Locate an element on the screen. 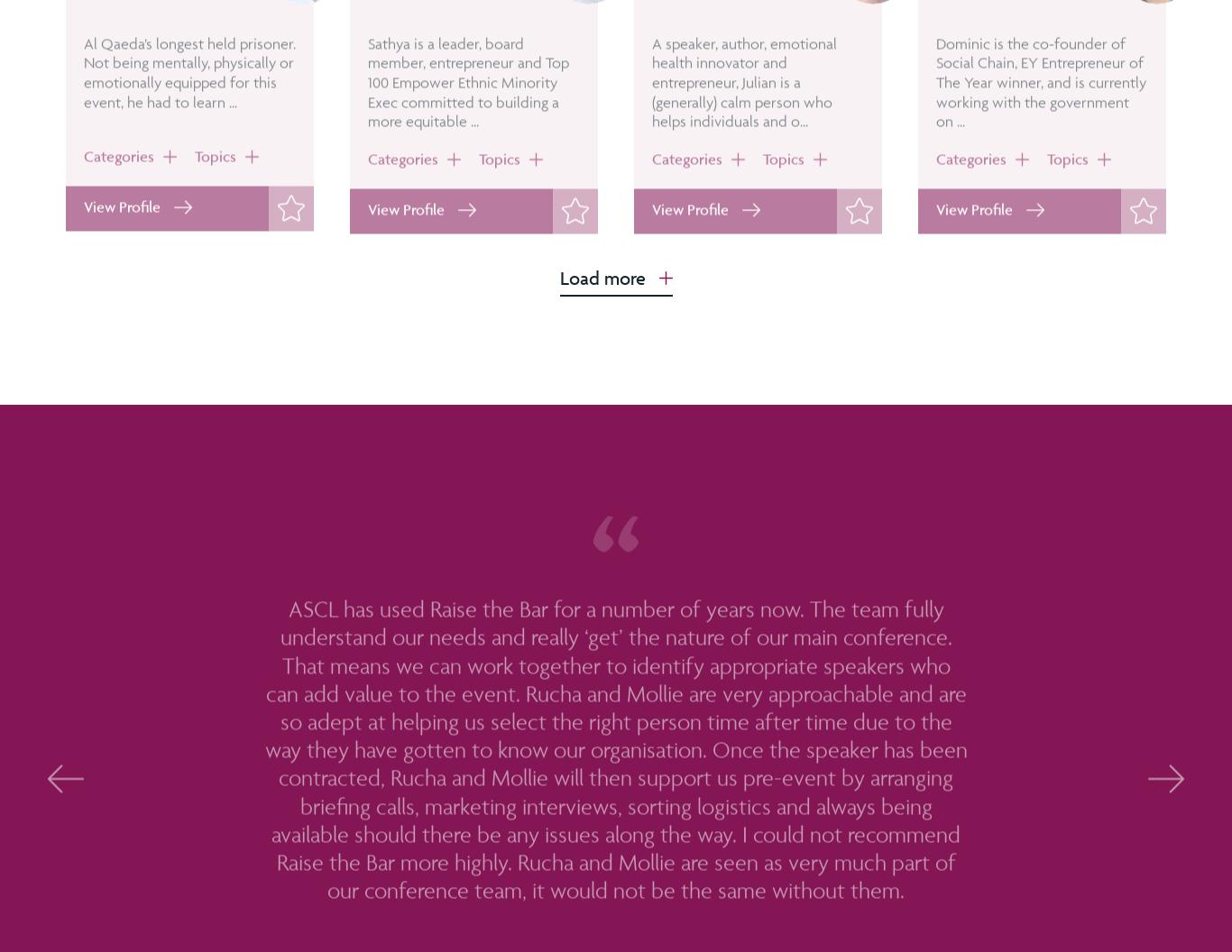 This screenshot has height=952, width=1232. 'Load more' is located at coordinates (601, 277).